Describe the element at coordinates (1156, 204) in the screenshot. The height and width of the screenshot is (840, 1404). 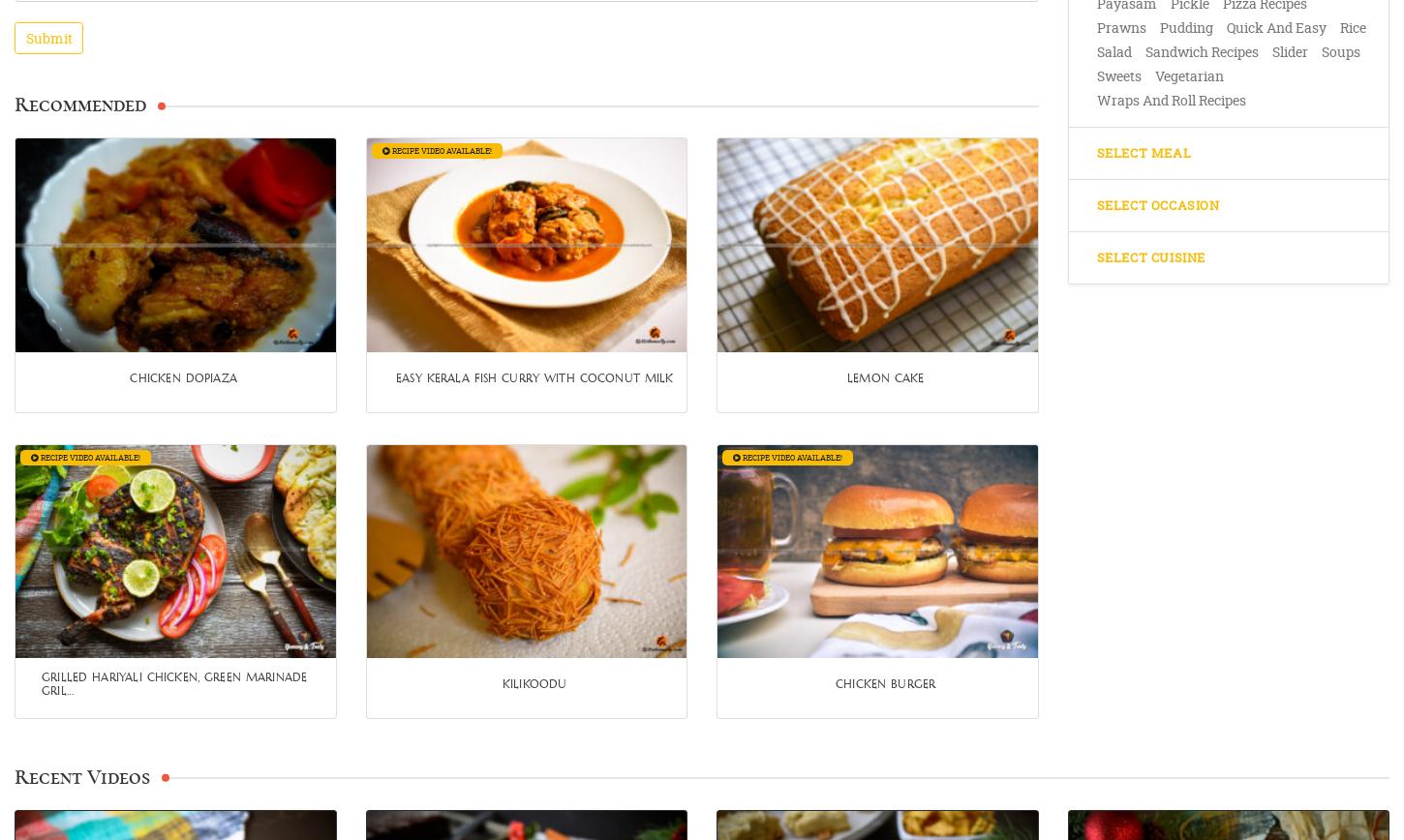
I see `'Select Occasion'` at that location.